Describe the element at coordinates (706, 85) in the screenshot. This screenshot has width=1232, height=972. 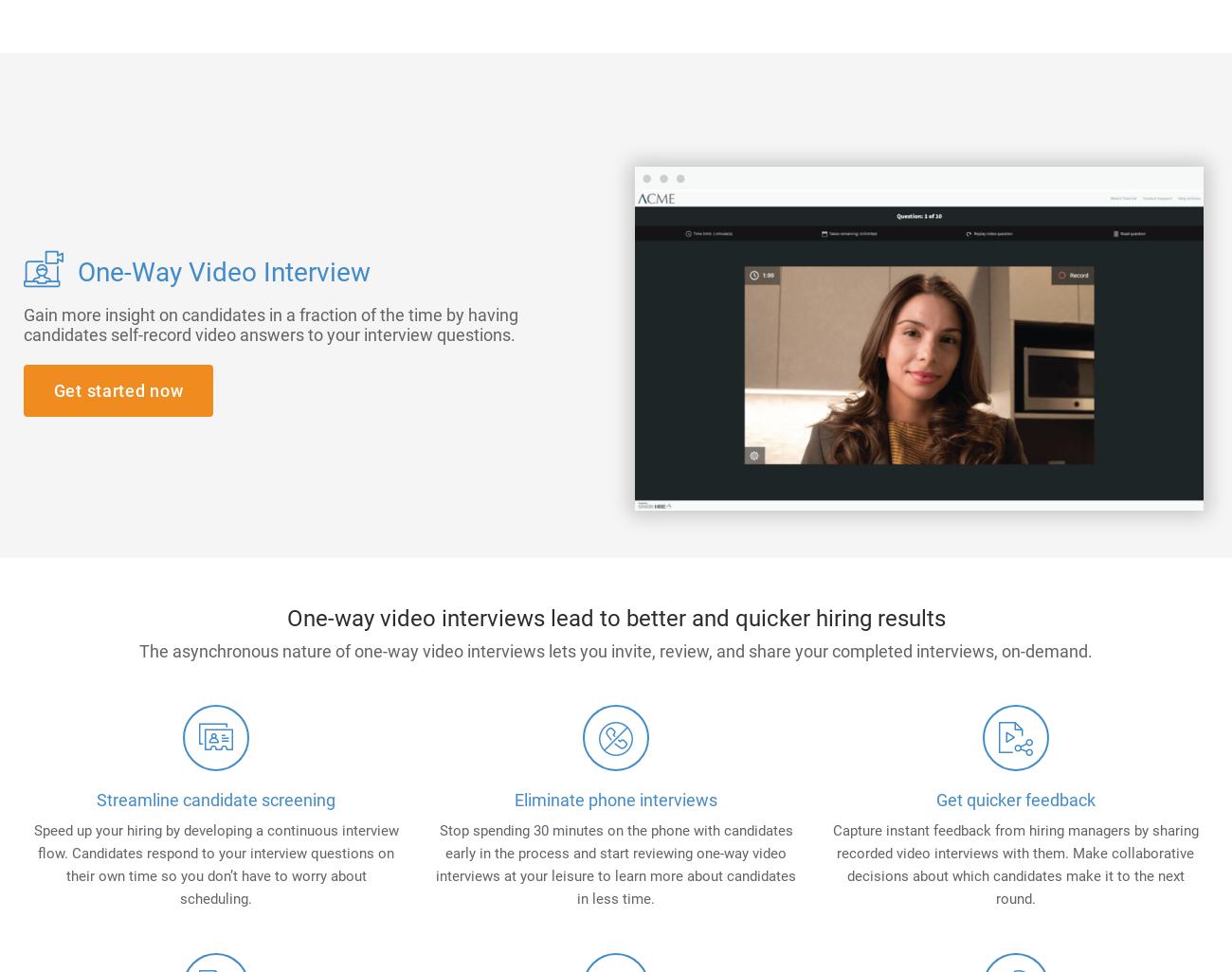
I see `'Why Spark Hire?'` at that location.